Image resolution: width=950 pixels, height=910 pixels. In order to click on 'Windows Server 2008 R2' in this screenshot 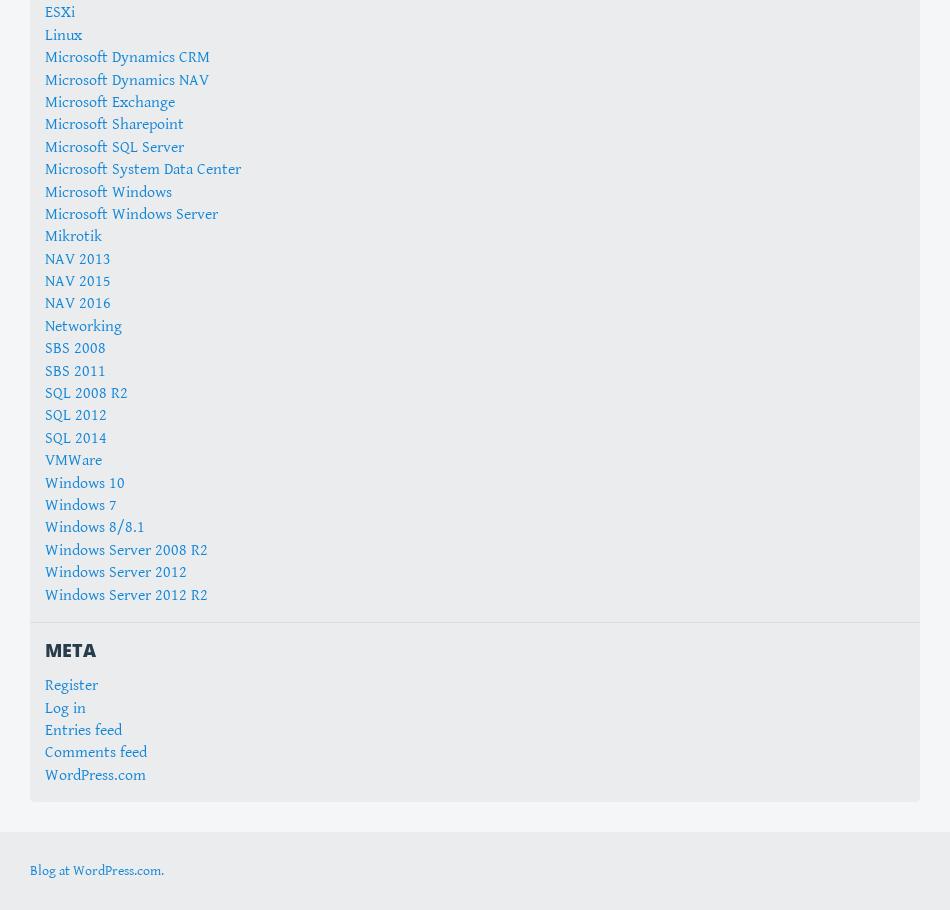, I will do `click(126, 548)`.